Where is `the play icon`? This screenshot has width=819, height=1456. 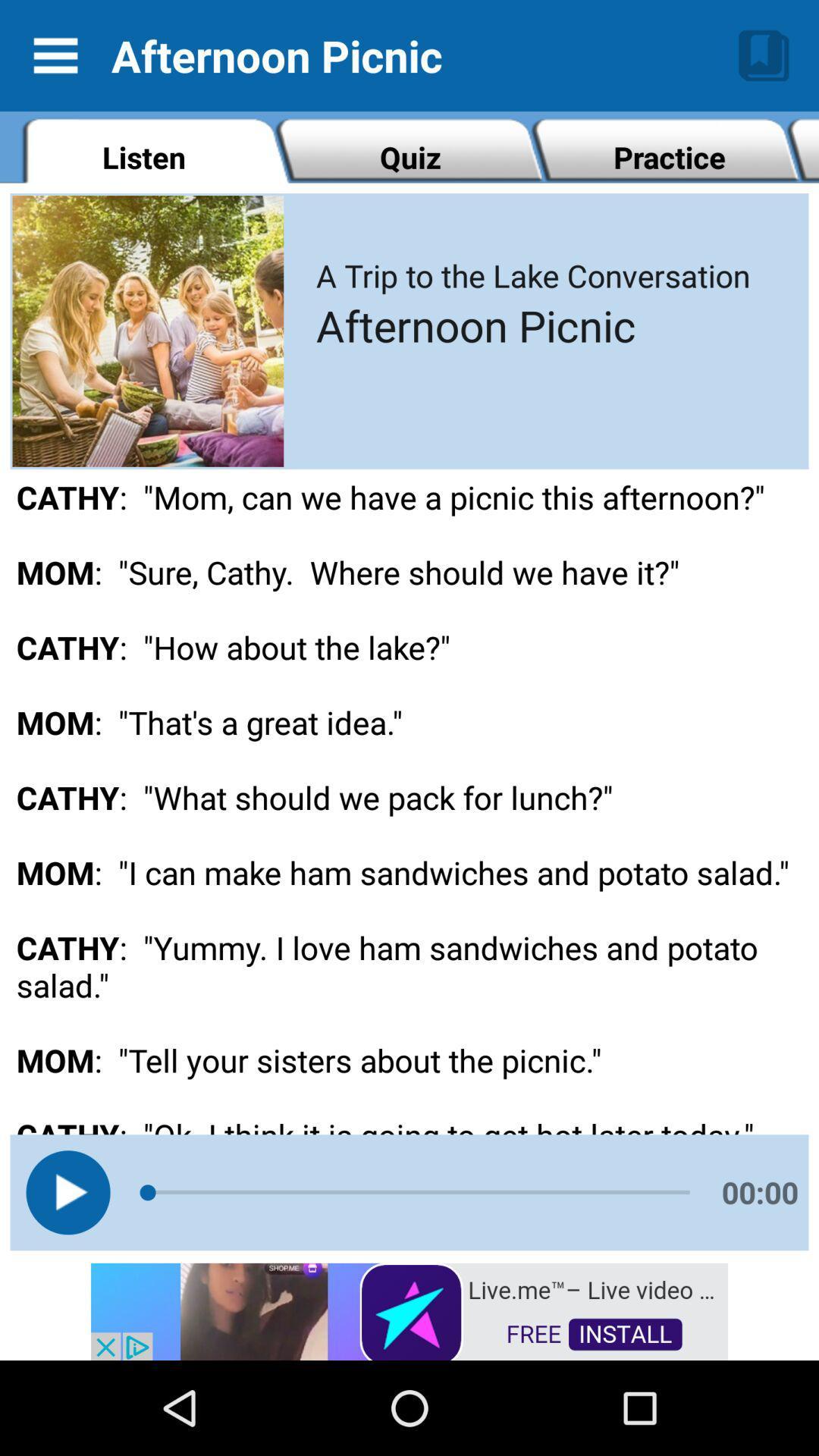
the play icon is located at coordinates (67, 1191).